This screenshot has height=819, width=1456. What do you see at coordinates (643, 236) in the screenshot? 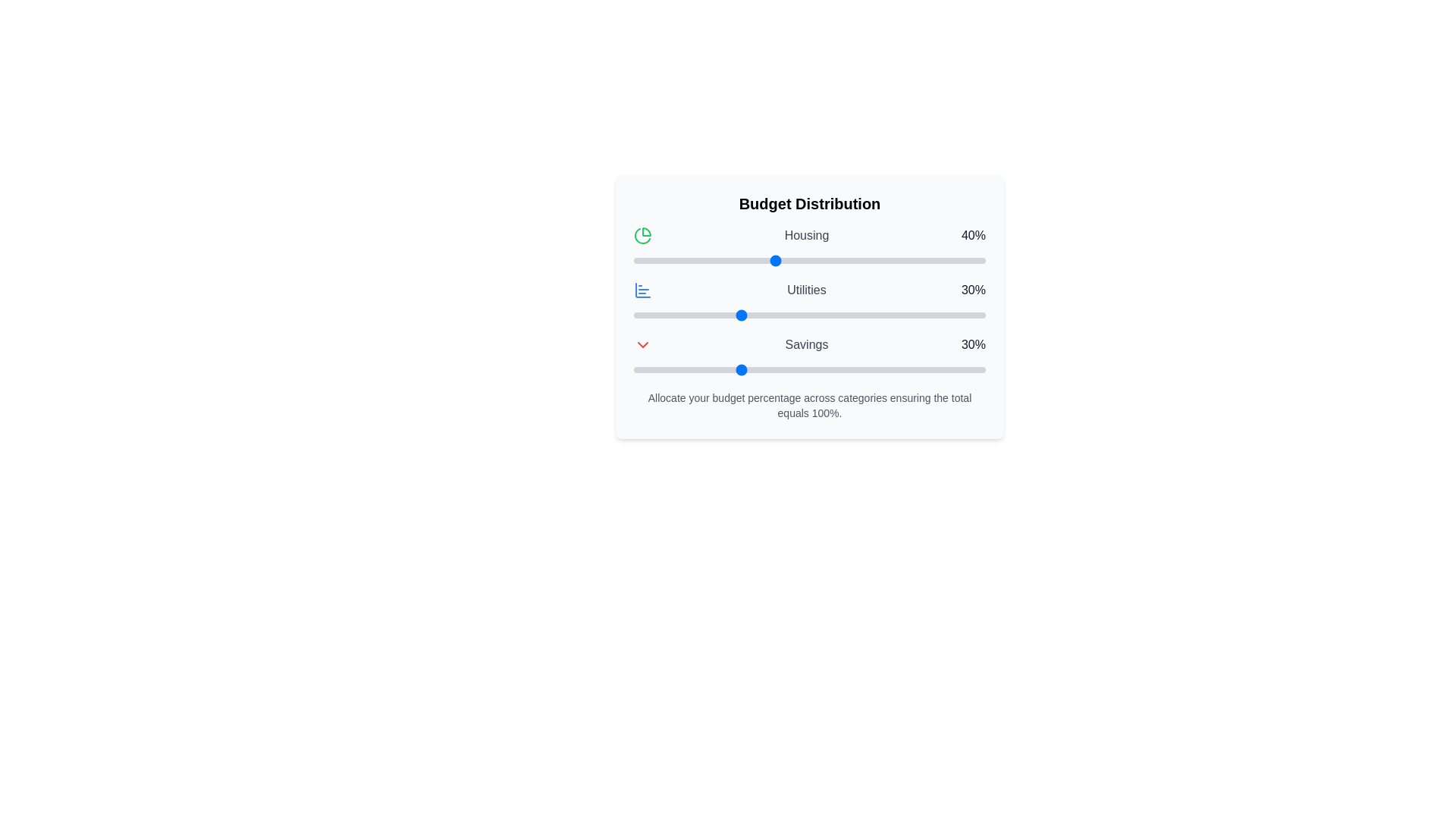
I see `the icon representing data visualization for the housing budget category, located on the leftmost part of the 'Housing' row within the 'Budget Distribution' card` at bounding box center [643, 236].